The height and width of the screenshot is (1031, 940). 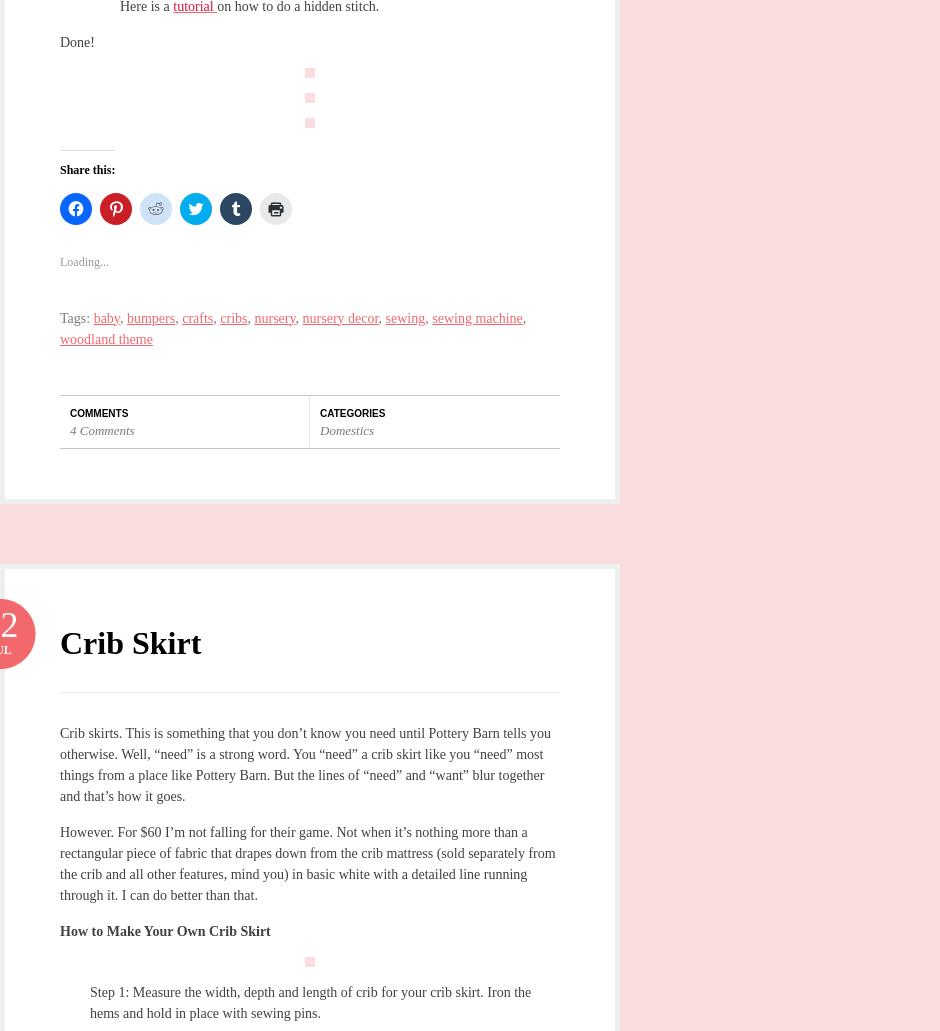 What do you see at coordinates (181, 316) in the screenshot?
I see `'crafts'` at bounding box center [181, 316].